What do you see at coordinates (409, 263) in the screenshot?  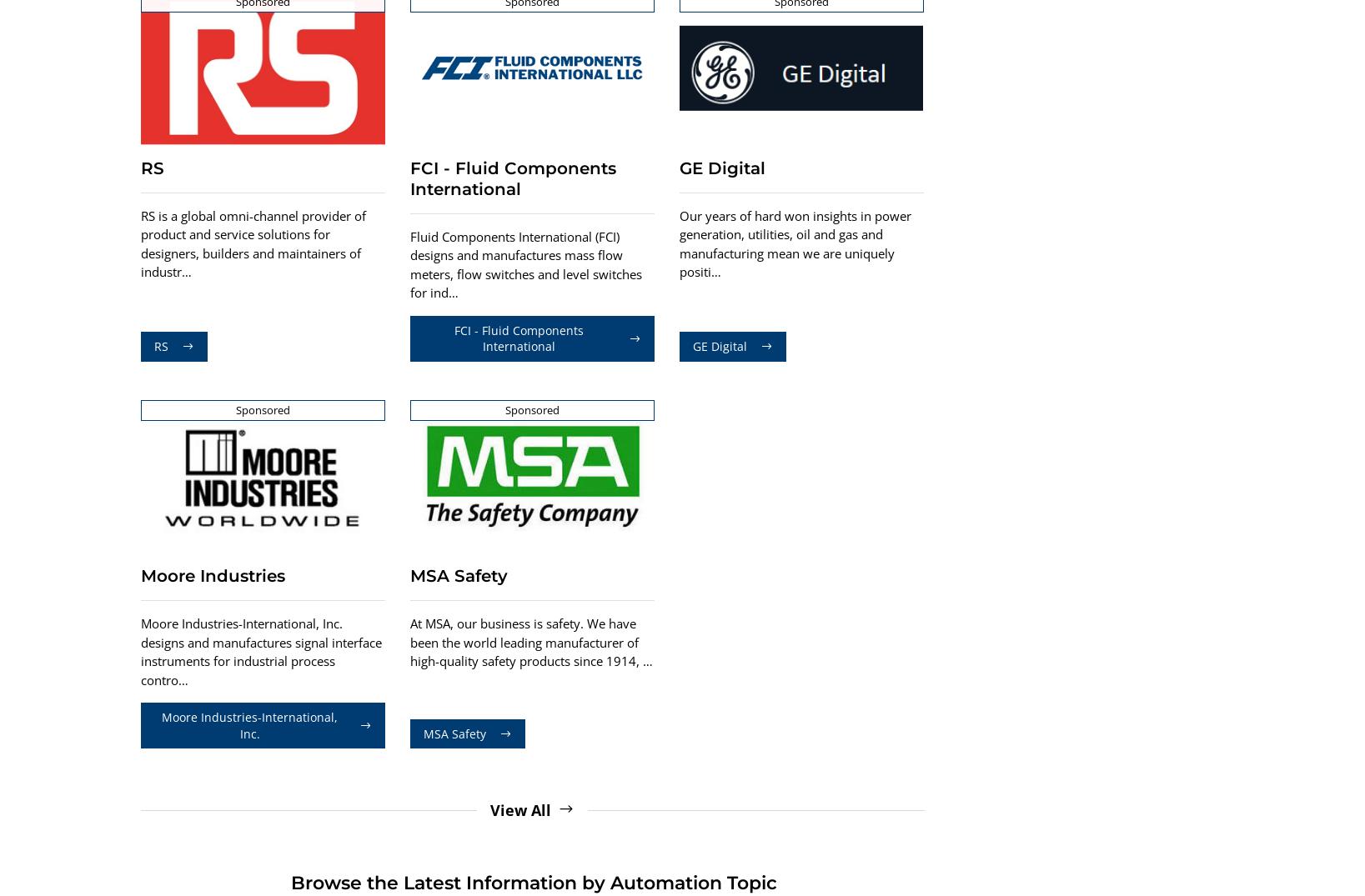 I see `'Fluid Components International (FCI) designs and manufactures mass flow meters, flow switches and level switches for ind…'` at bounding box center [409, 263].